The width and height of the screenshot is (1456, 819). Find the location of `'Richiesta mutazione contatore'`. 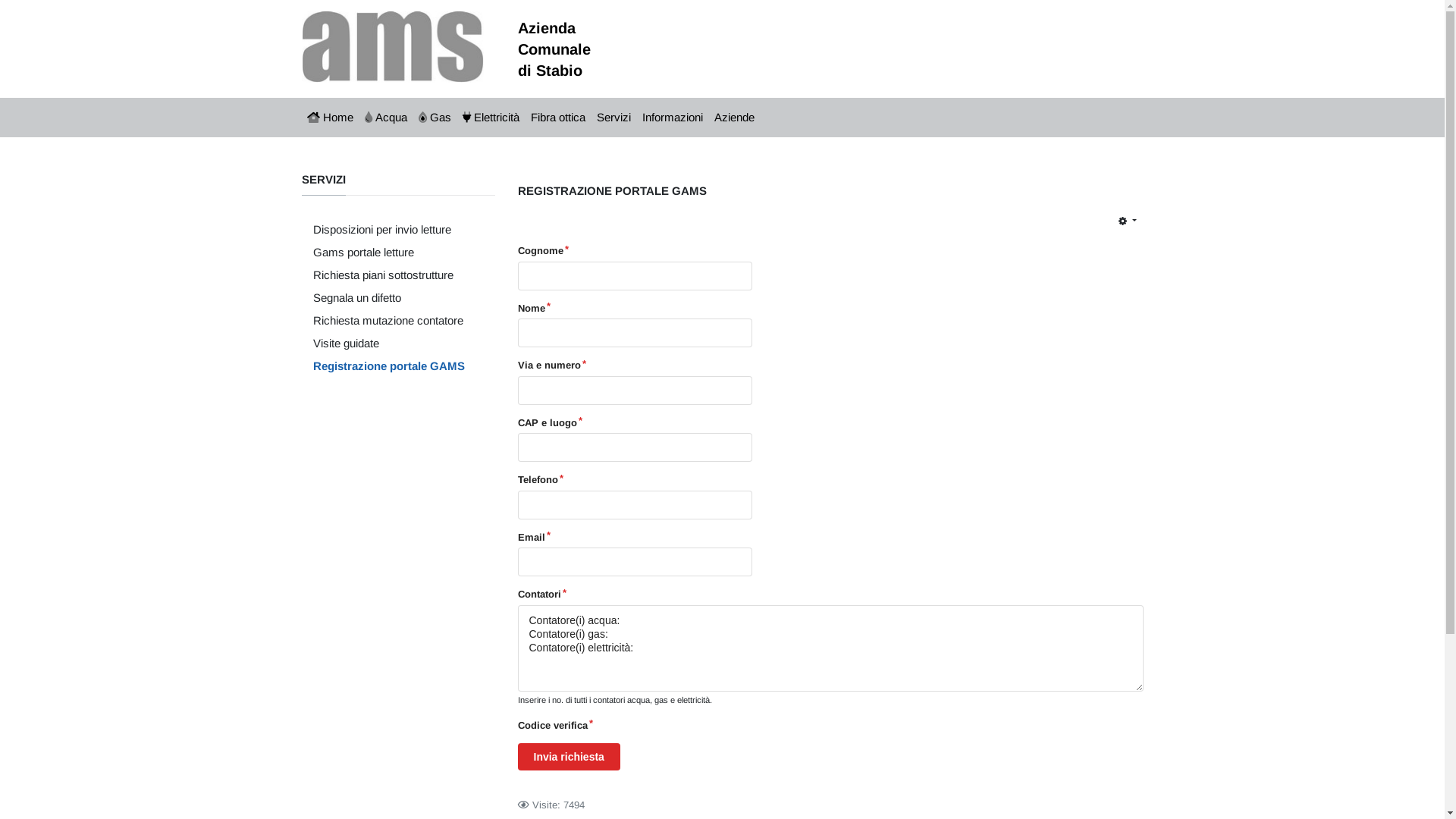

'Richiesta mutazione contatore' is located at coordinates (388, 320).